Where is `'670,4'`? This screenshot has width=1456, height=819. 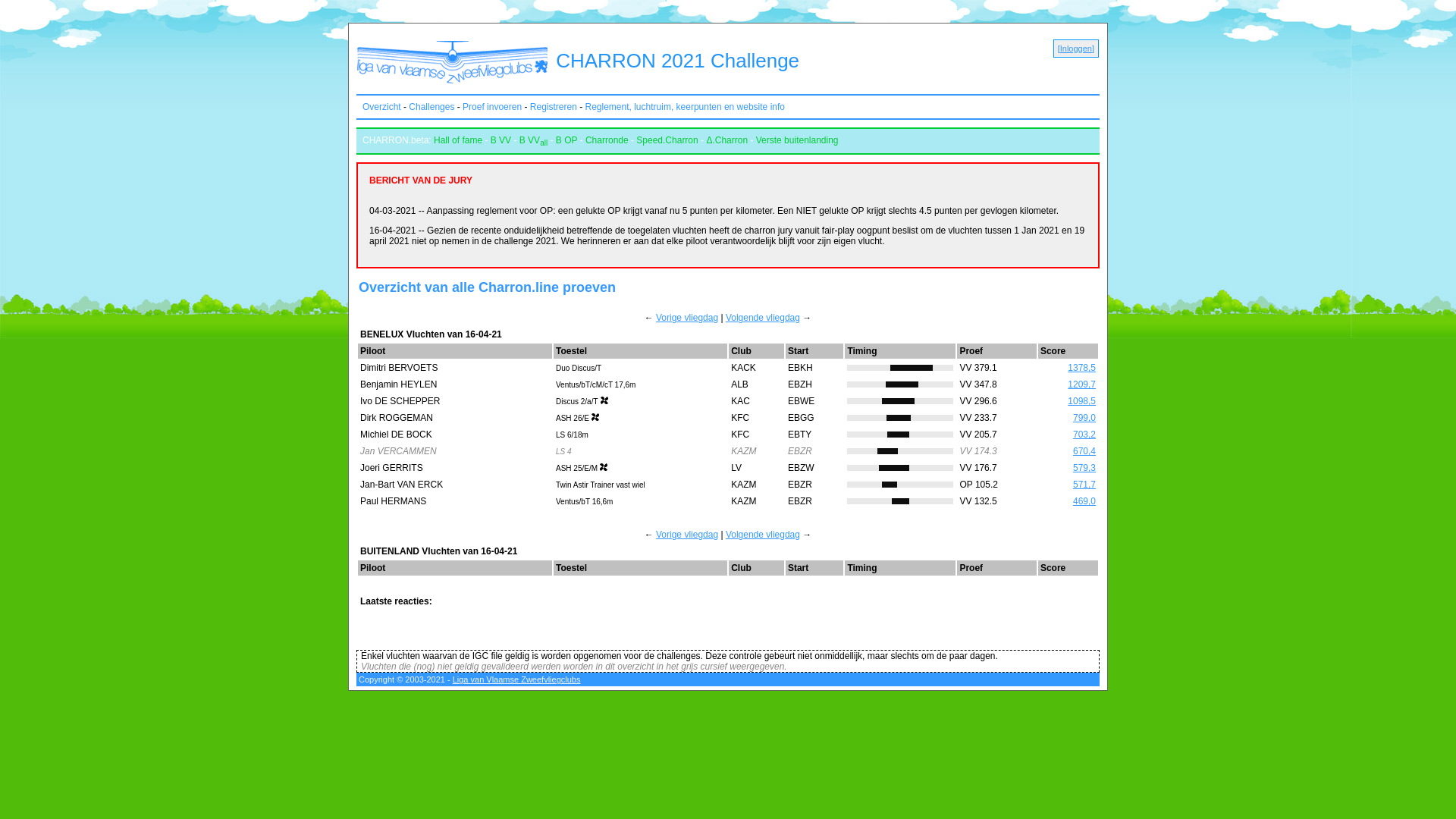 '670,4' is located at coordinates (1084, 450).